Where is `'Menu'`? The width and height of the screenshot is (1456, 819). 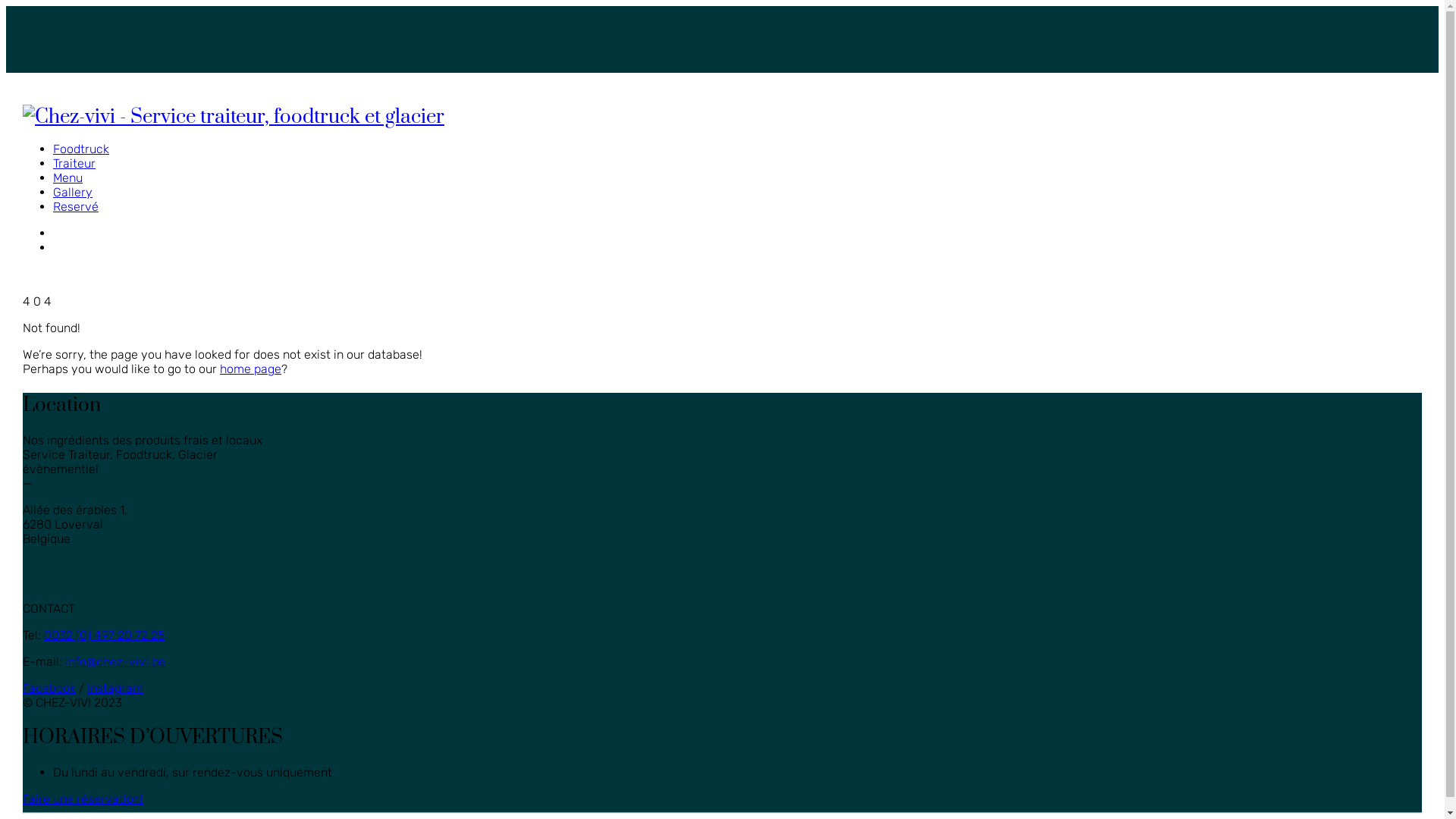
'Menu' is located at coordinates (67, 177).